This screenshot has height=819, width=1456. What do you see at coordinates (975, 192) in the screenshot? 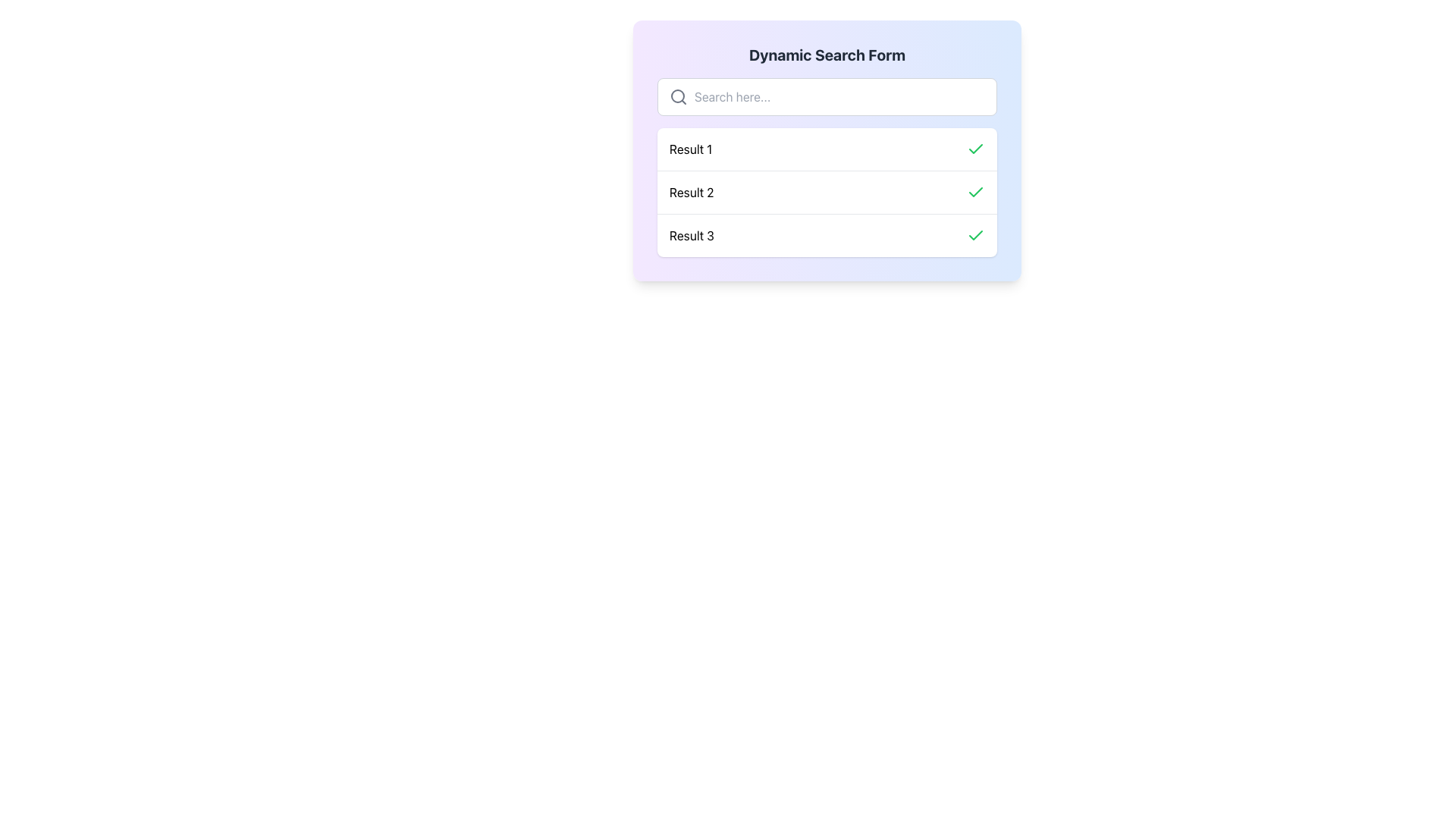
I see `the status indicator icon located to the right of the list item 'Result 2', which signifies the selection or completion of this item` at bounding box center [975, 192].